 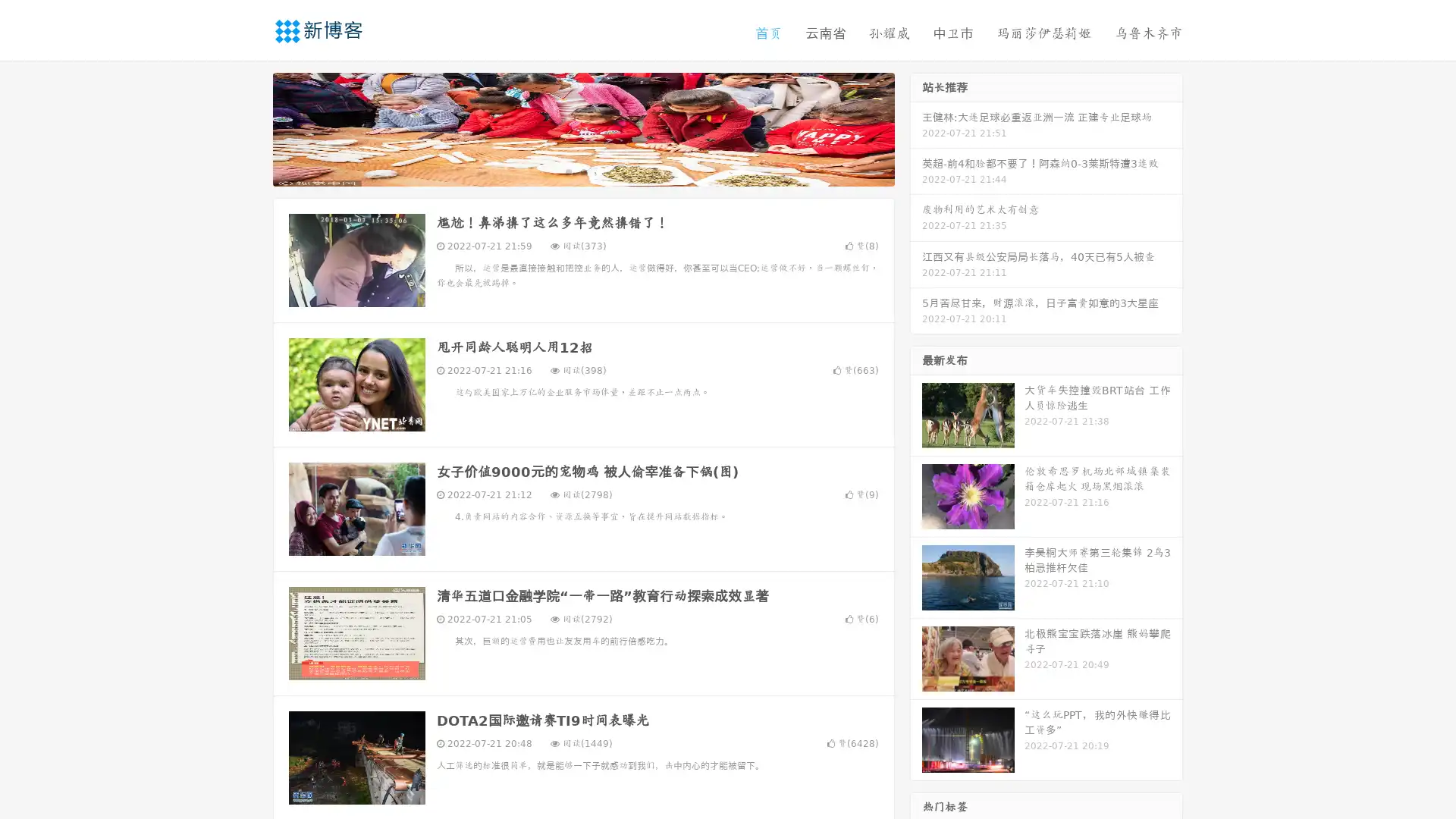 I want to click on Go to slide 1, so click(x=567, y=171).